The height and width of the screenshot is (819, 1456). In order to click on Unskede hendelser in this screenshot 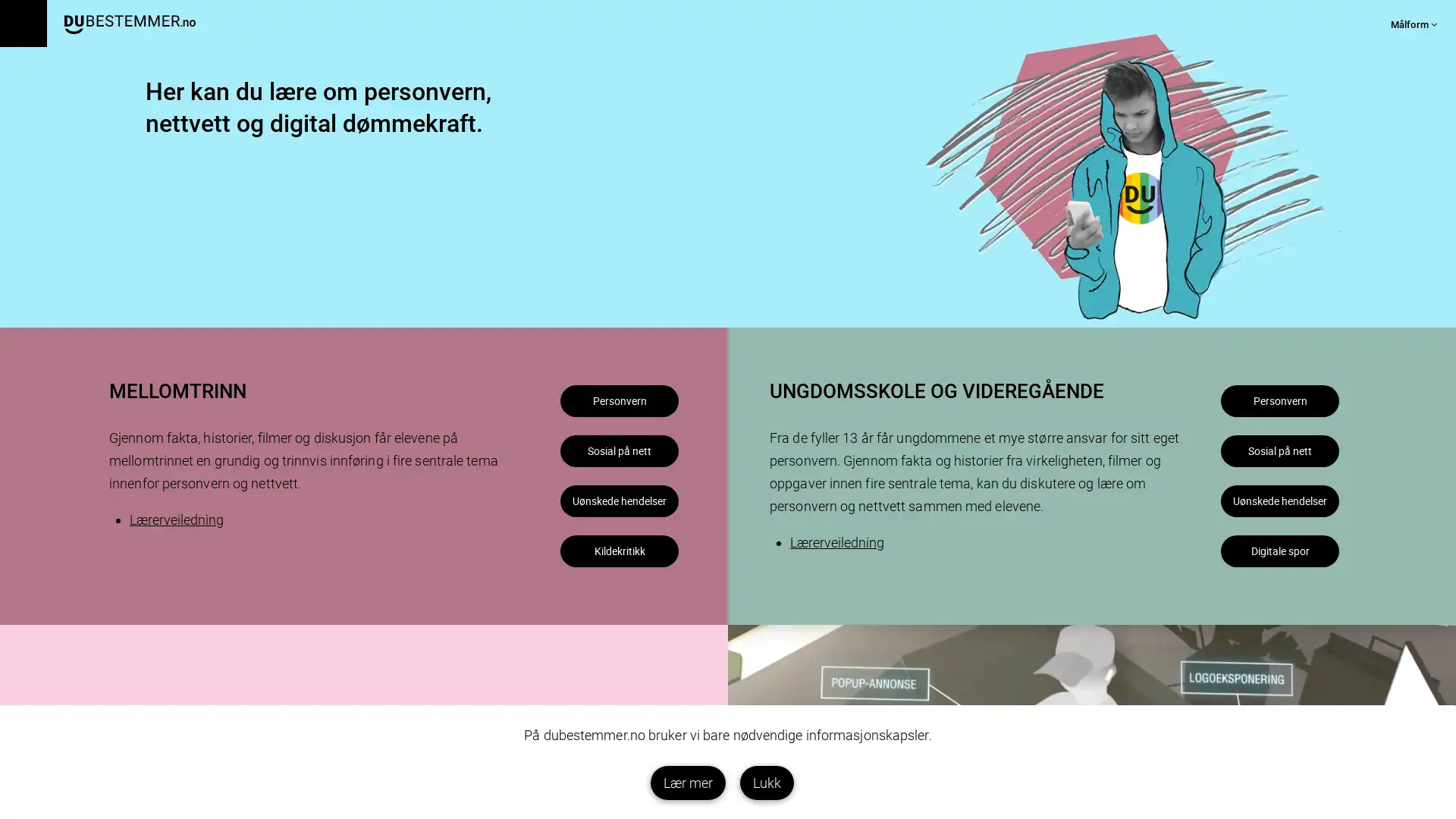, I will do `click(566, 571)`.